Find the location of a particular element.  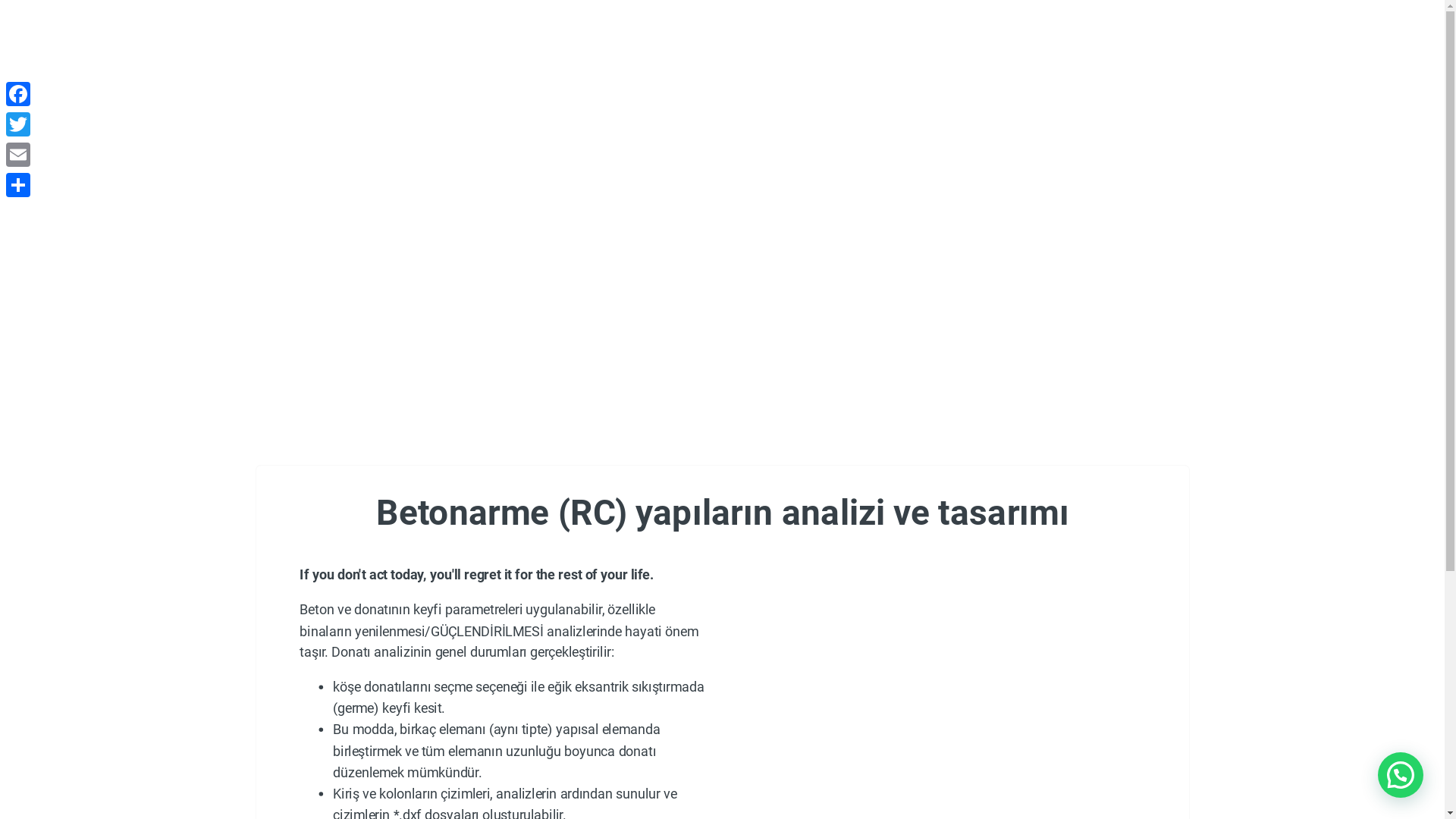

'Share' is located at coordinates (18, 184).